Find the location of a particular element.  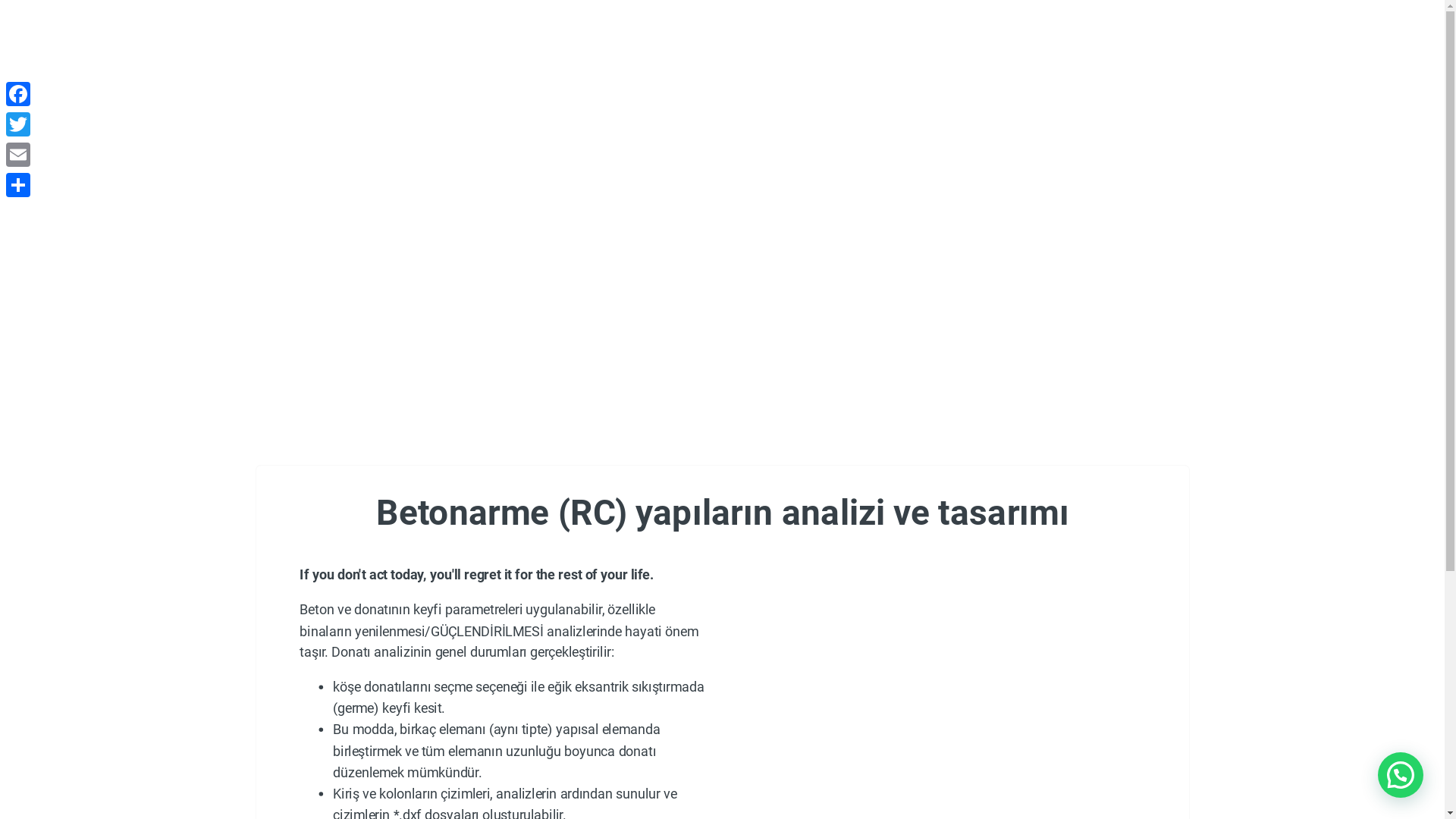

'Share' is located at coordinates (18, 184).